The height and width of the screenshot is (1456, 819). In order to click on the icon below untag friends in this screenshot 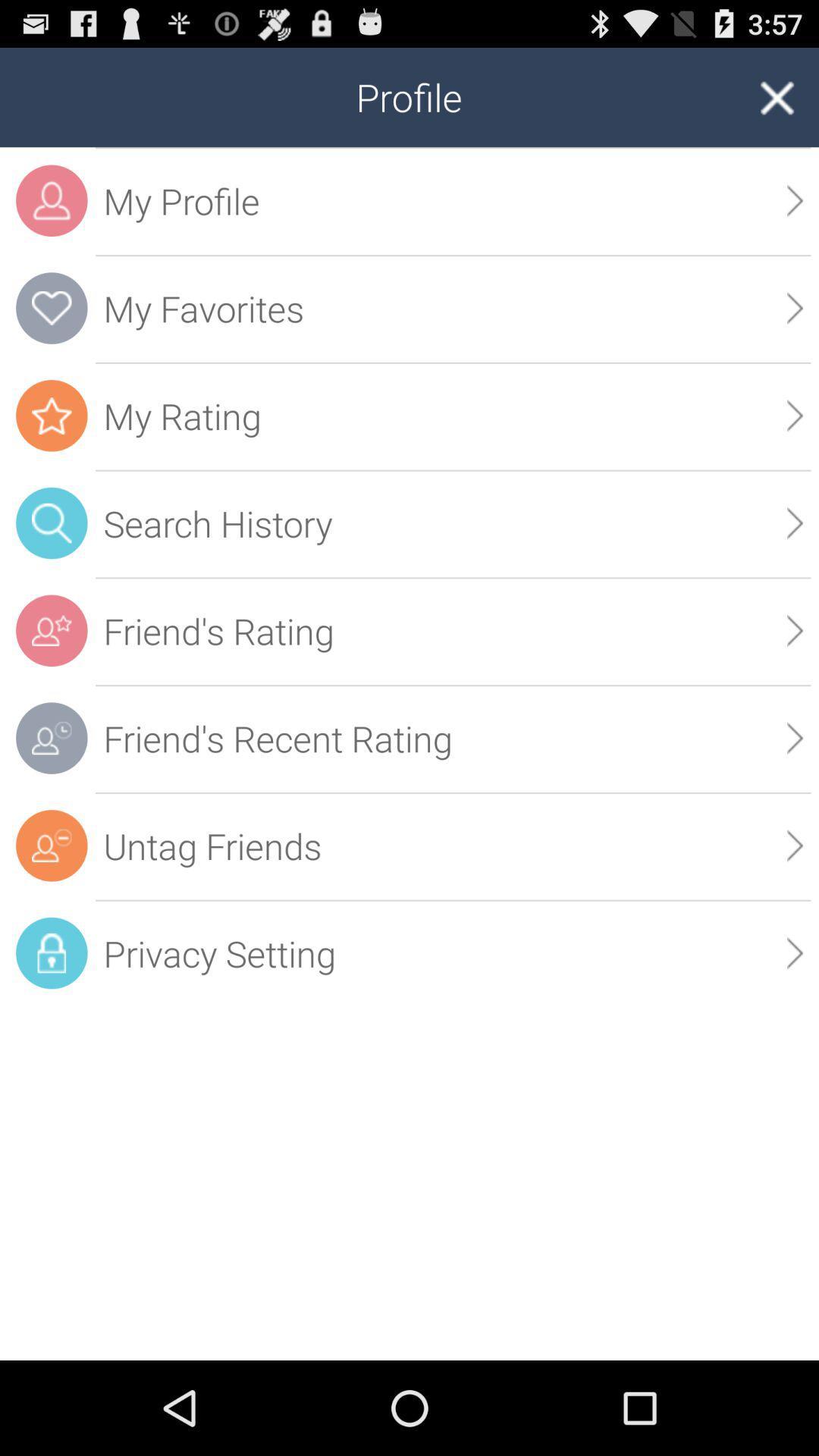, I will do `click(794, 952)`.